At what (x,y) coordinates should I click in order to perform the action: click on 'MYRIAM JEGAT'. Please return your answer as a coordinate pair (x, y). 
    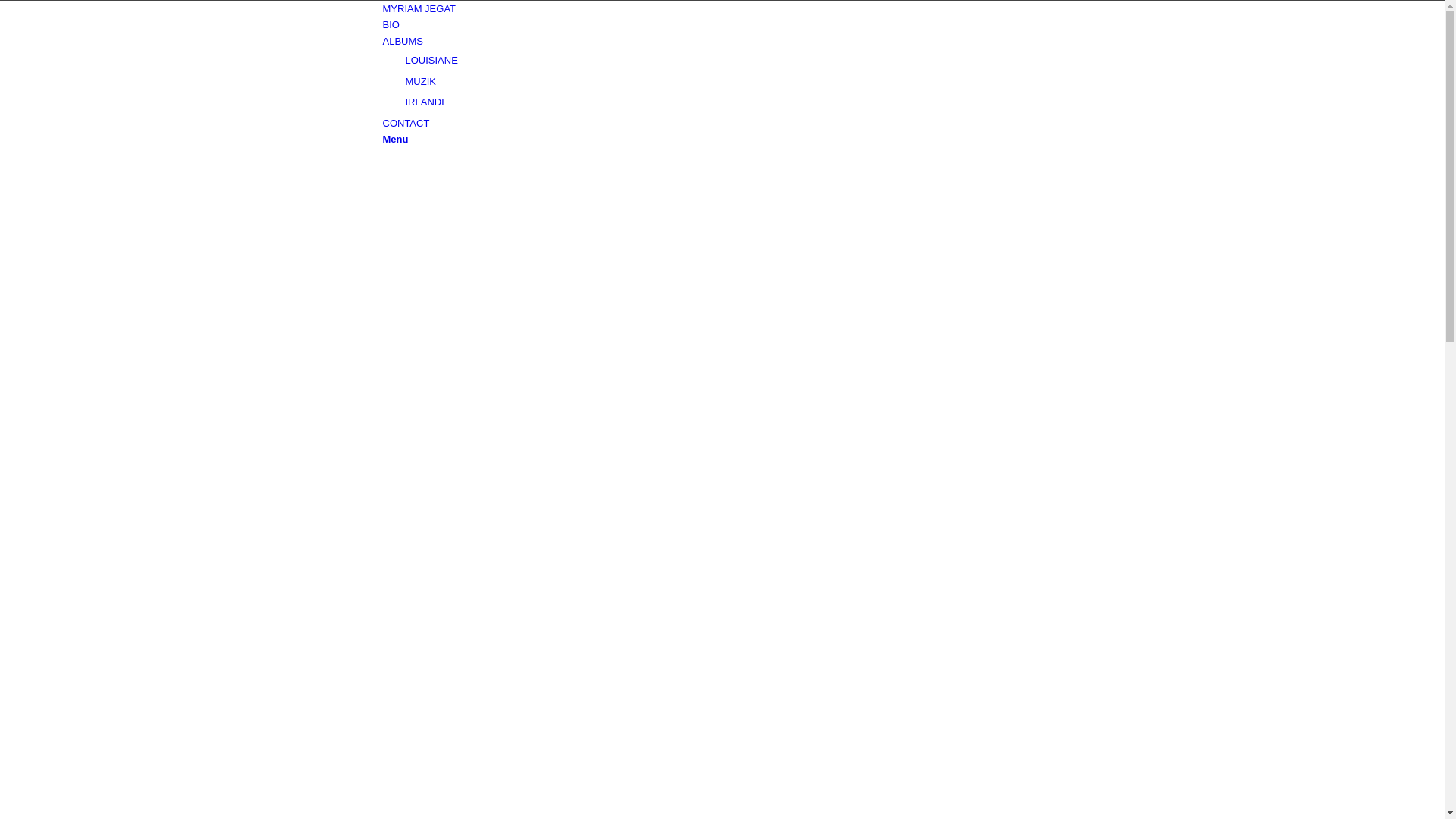
    Looking at the image, I should click on (419, 8).